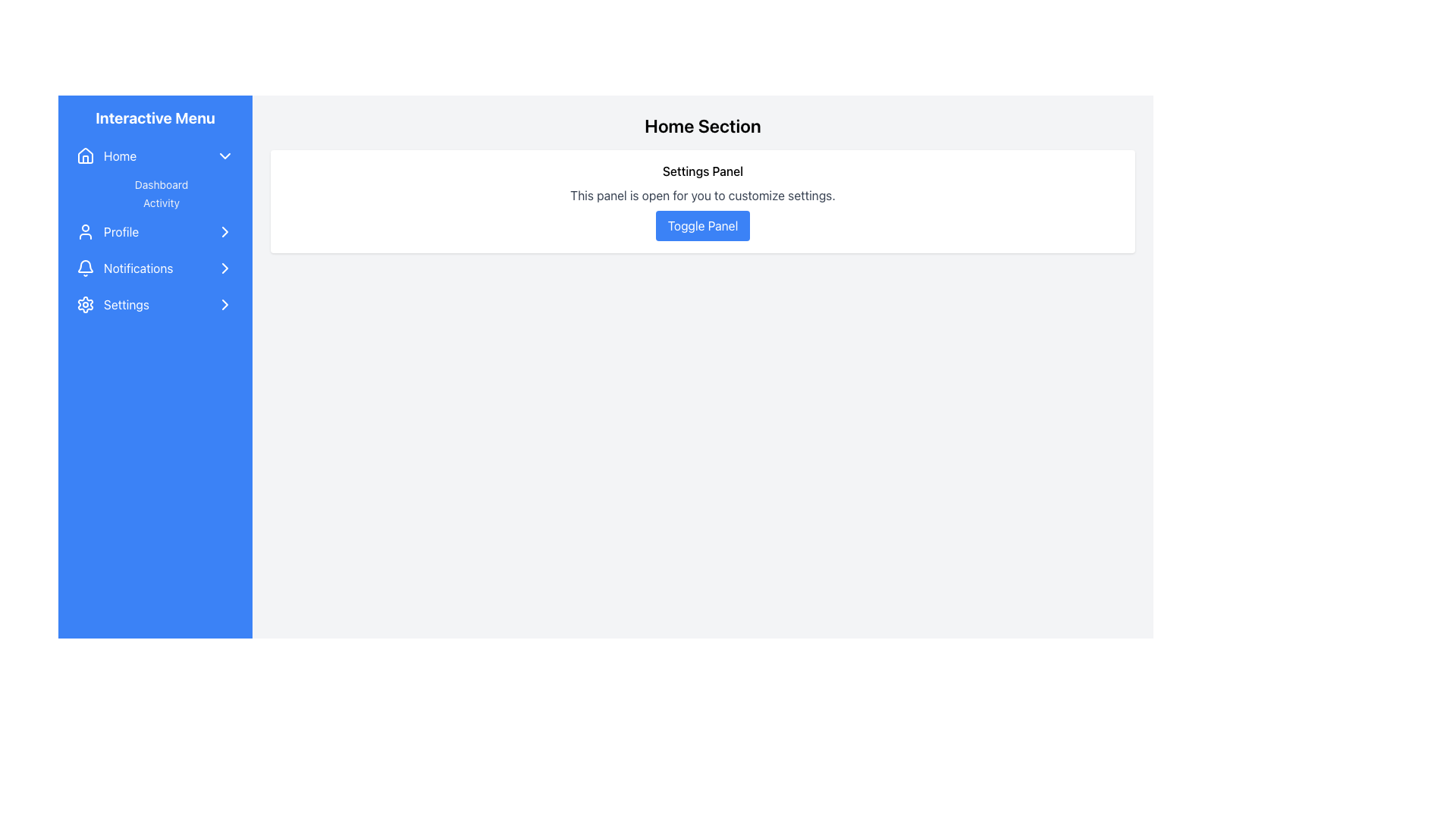 The width and height of the screenshot is (1456, 819). I want to click on the third button in the left navigation menu panel, so click(155, 231).